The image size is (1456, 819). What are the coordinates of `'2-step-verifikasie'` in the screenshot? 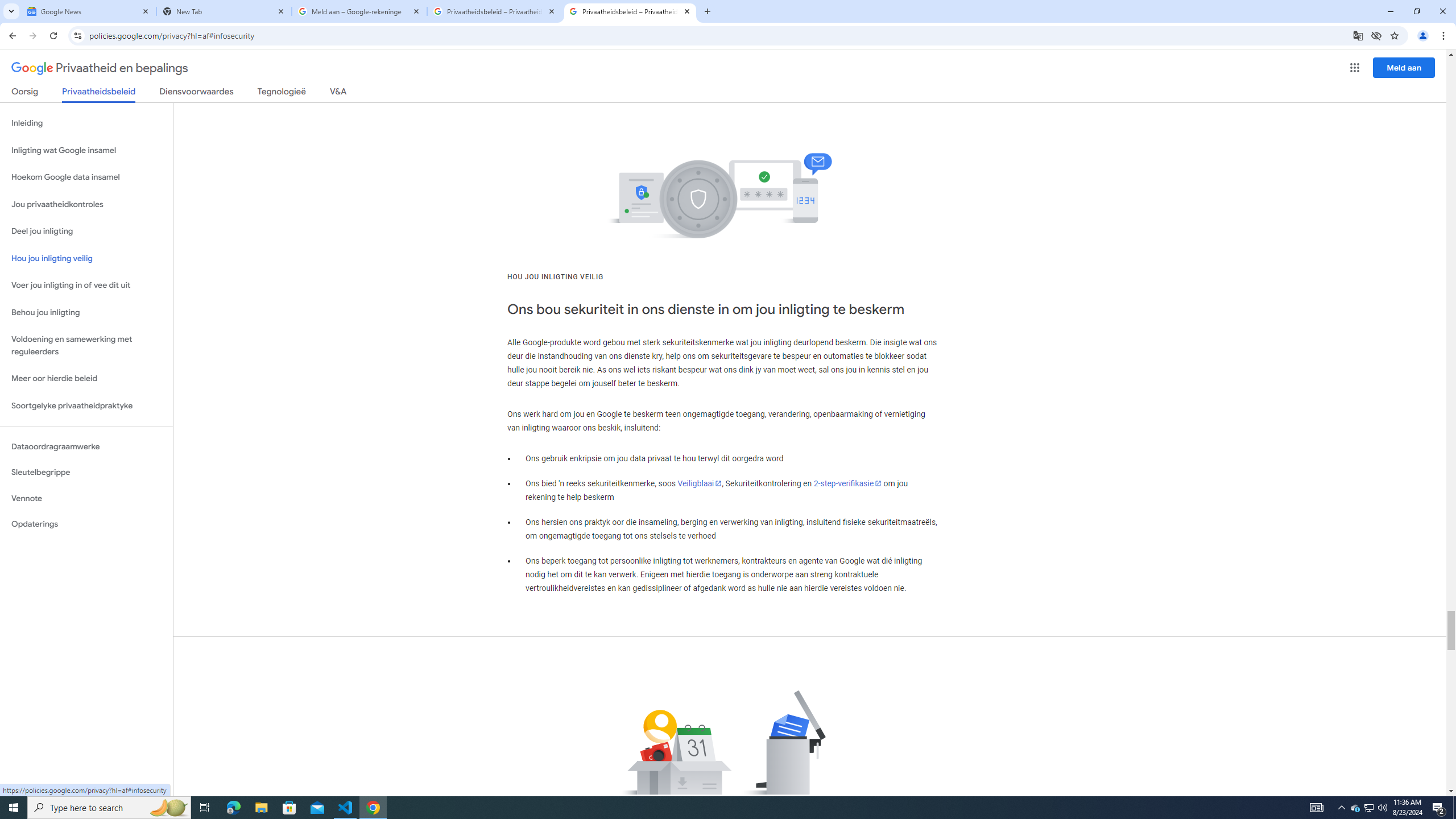 It's located at (848, 483).